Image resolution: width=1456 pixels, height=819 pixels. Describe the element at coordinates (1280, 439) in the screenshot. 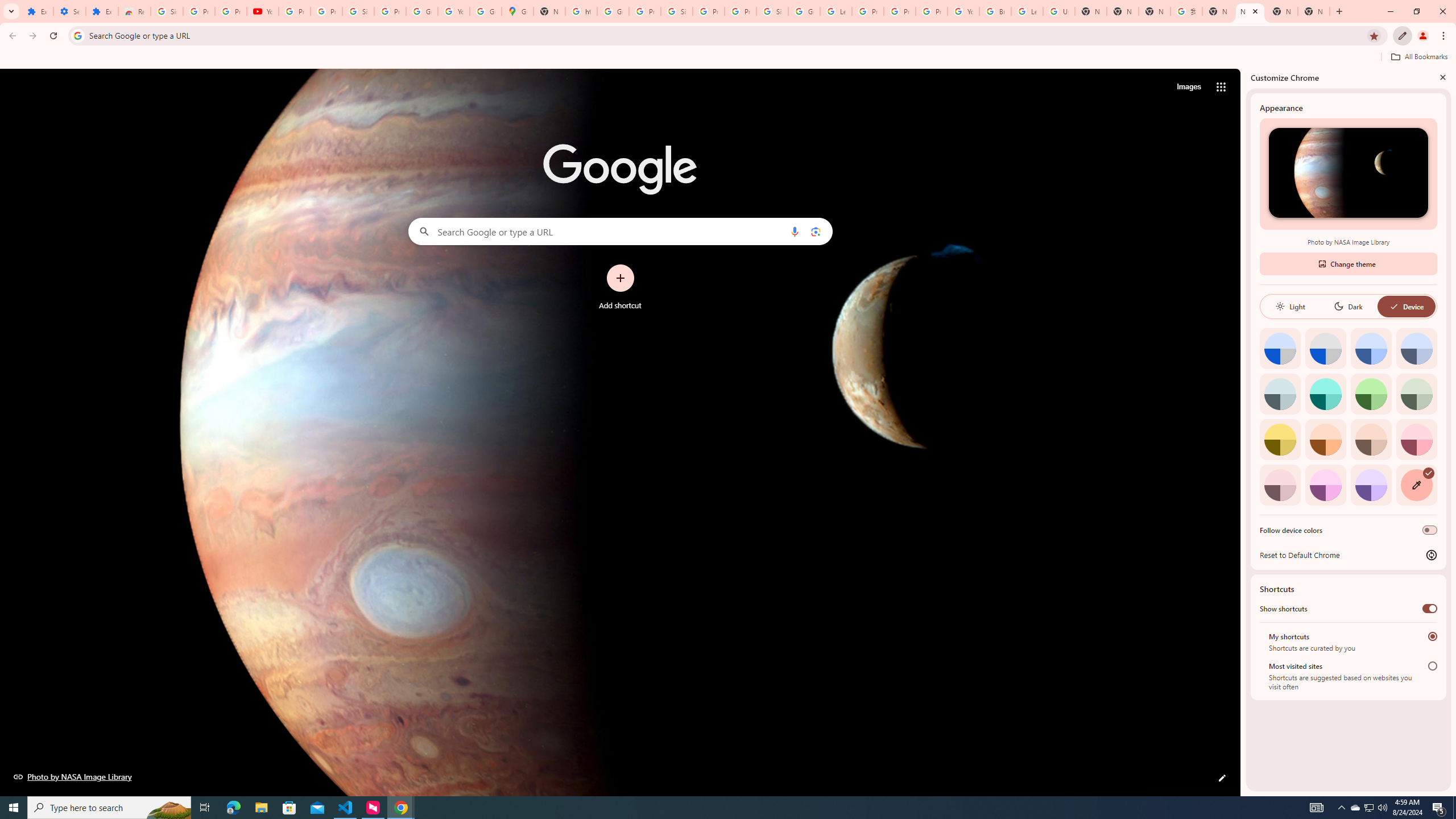

I see `'Citron'` at that location.